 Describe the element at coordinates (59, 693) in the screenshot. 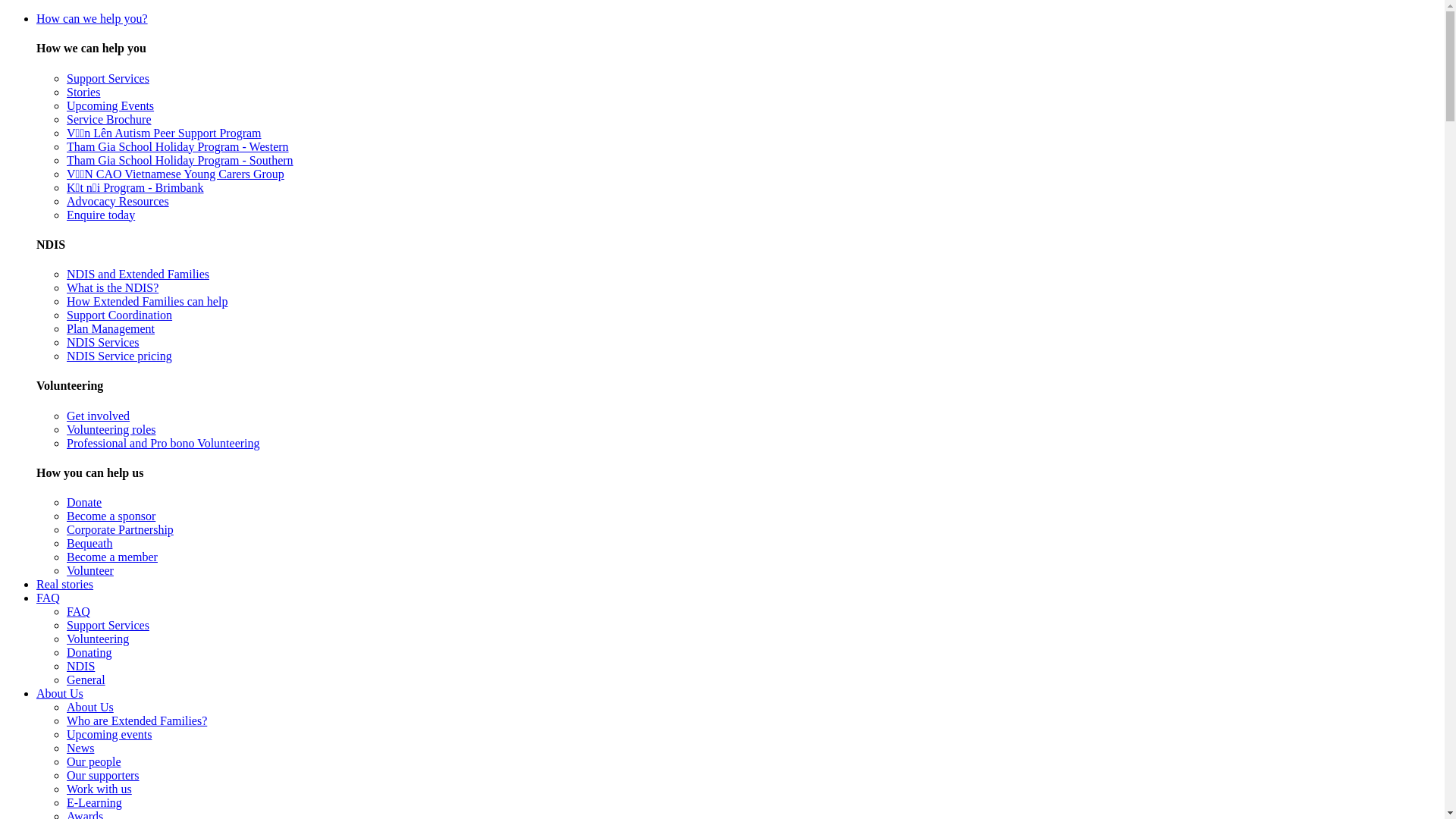

I see `'About Us'` at that location.